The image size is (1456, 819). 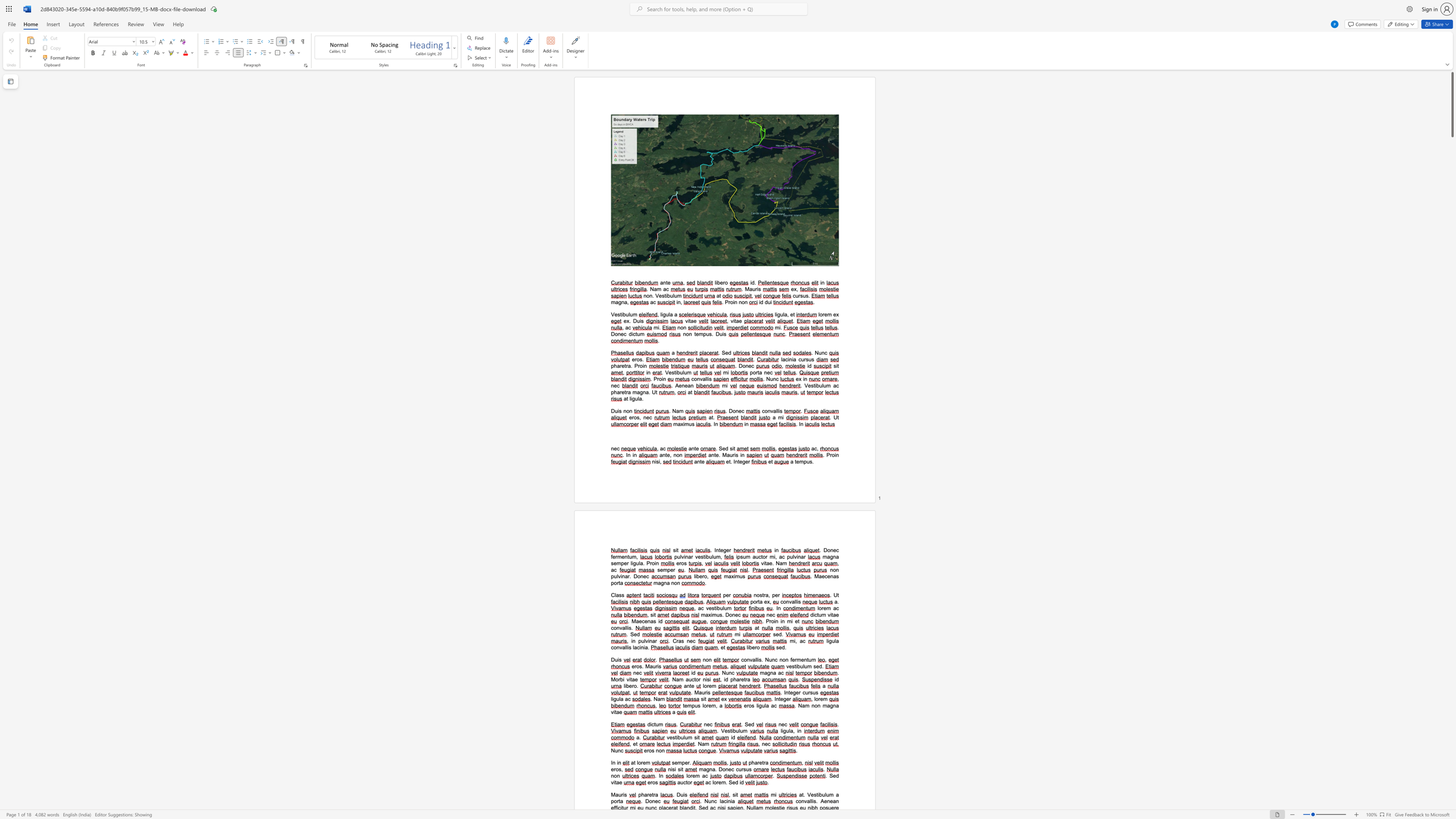 What do you see at coordinates (715, 614) in the screenshot?
I see `the space between the continuous character "m" and "u" in the text` at bounding box center [715, 614].